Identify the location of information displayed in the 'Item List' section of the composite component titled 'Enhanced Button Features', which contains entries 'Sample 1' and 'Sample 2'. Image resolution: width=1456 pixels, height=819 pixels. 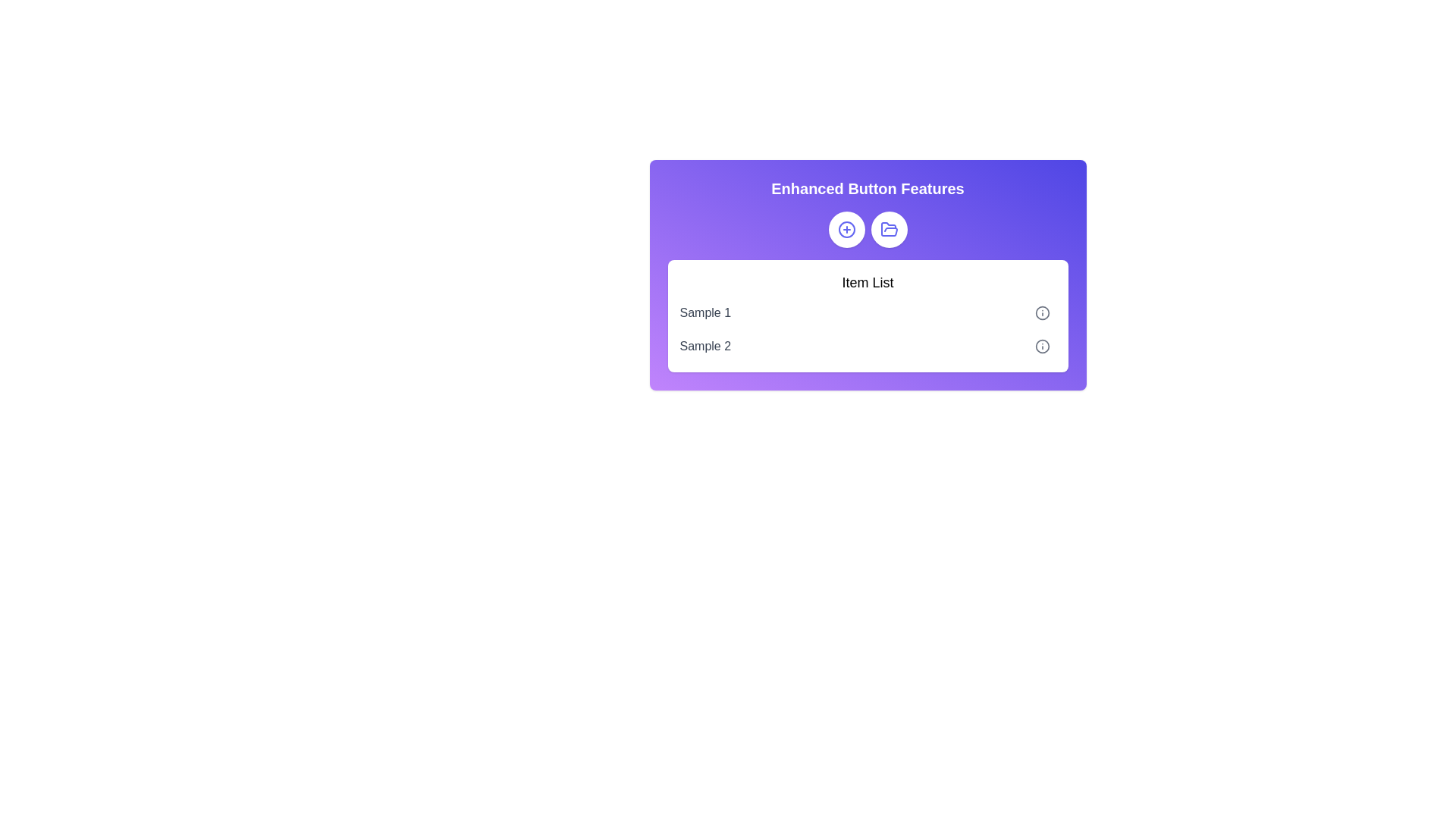
(868, 275).